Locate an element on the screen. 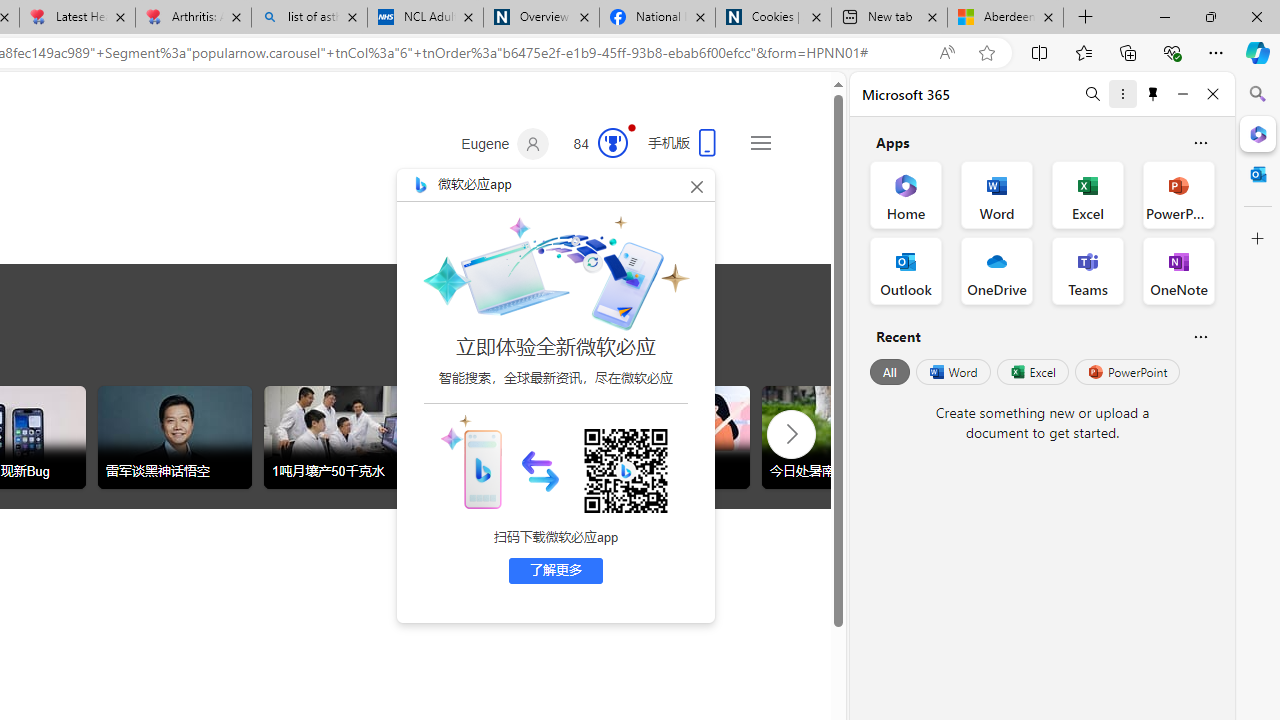  'AutomationID: tob_right_arrow' is located at coordinates (790, 432).